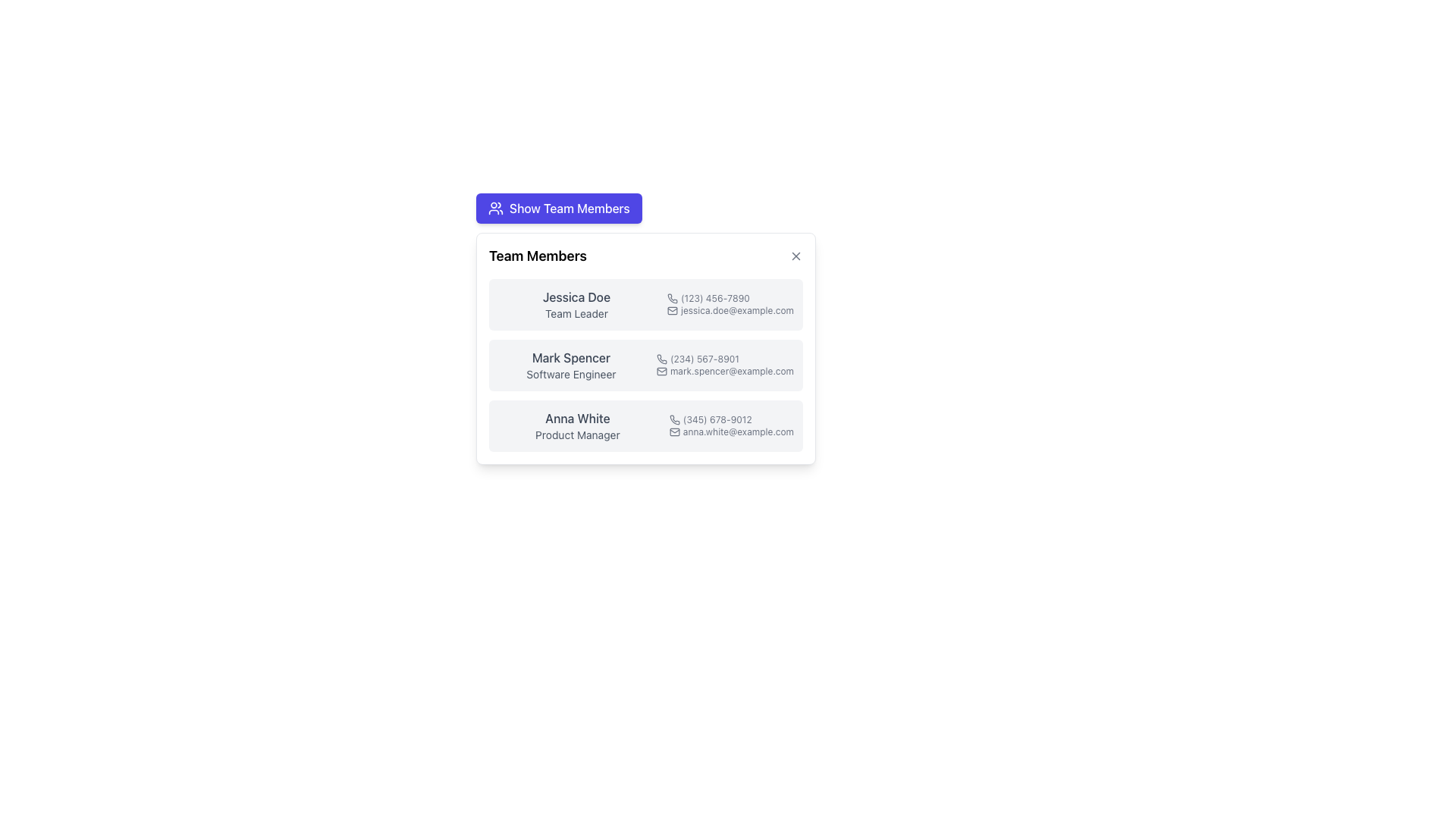  What do you see at coordinates (645, 426) in the screenshot?
I see `on the Contact Information Card for 'Anna White', the third list item in the 'Team Members' section` at bounding box center [645, 426].